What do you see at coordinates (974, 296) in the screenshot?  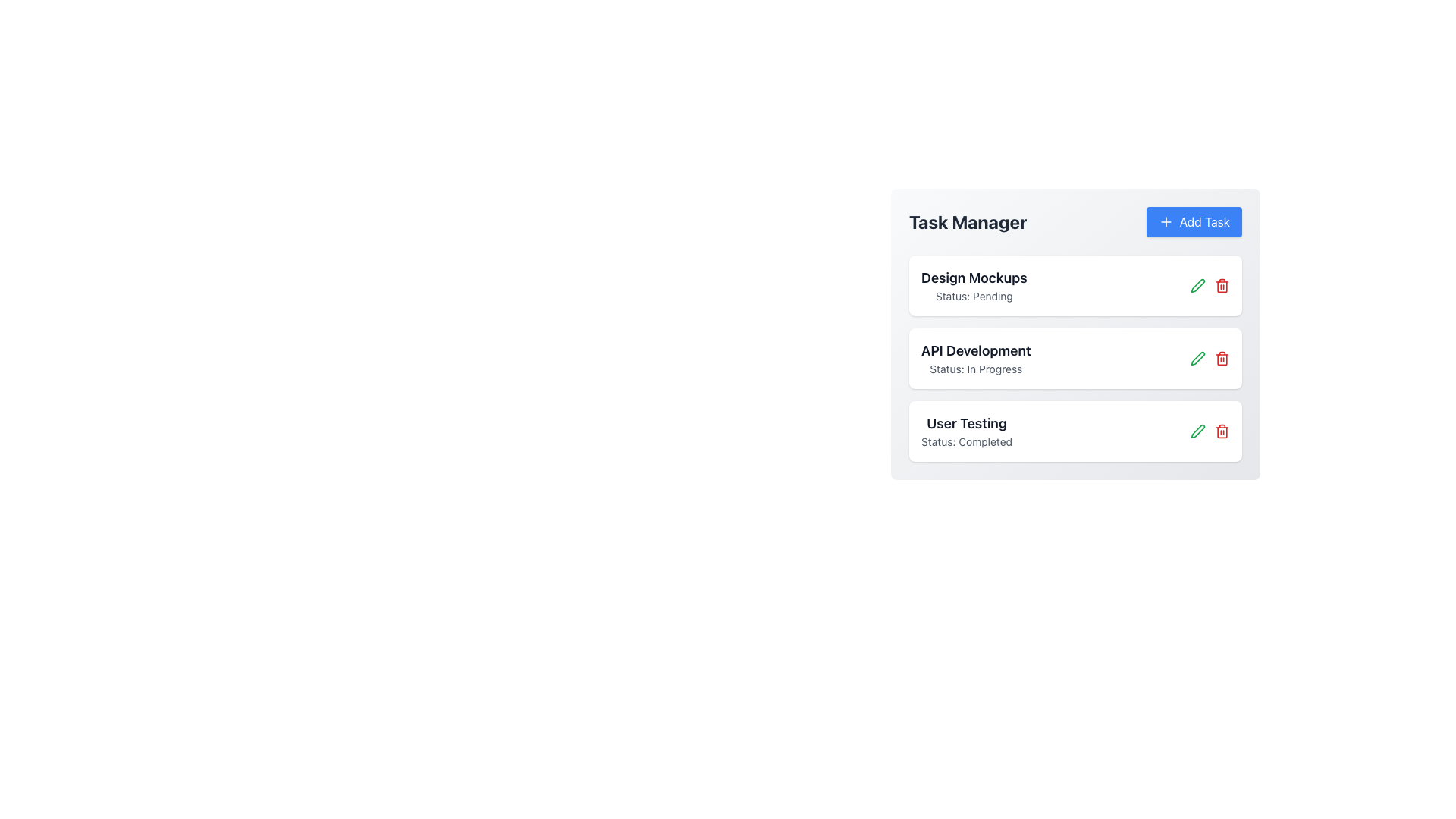 I see `the text label that reads 'Status: Pending', which is styled in gray and positioned below the task title 'Design Mockups'` at bounding box center [974, 296].